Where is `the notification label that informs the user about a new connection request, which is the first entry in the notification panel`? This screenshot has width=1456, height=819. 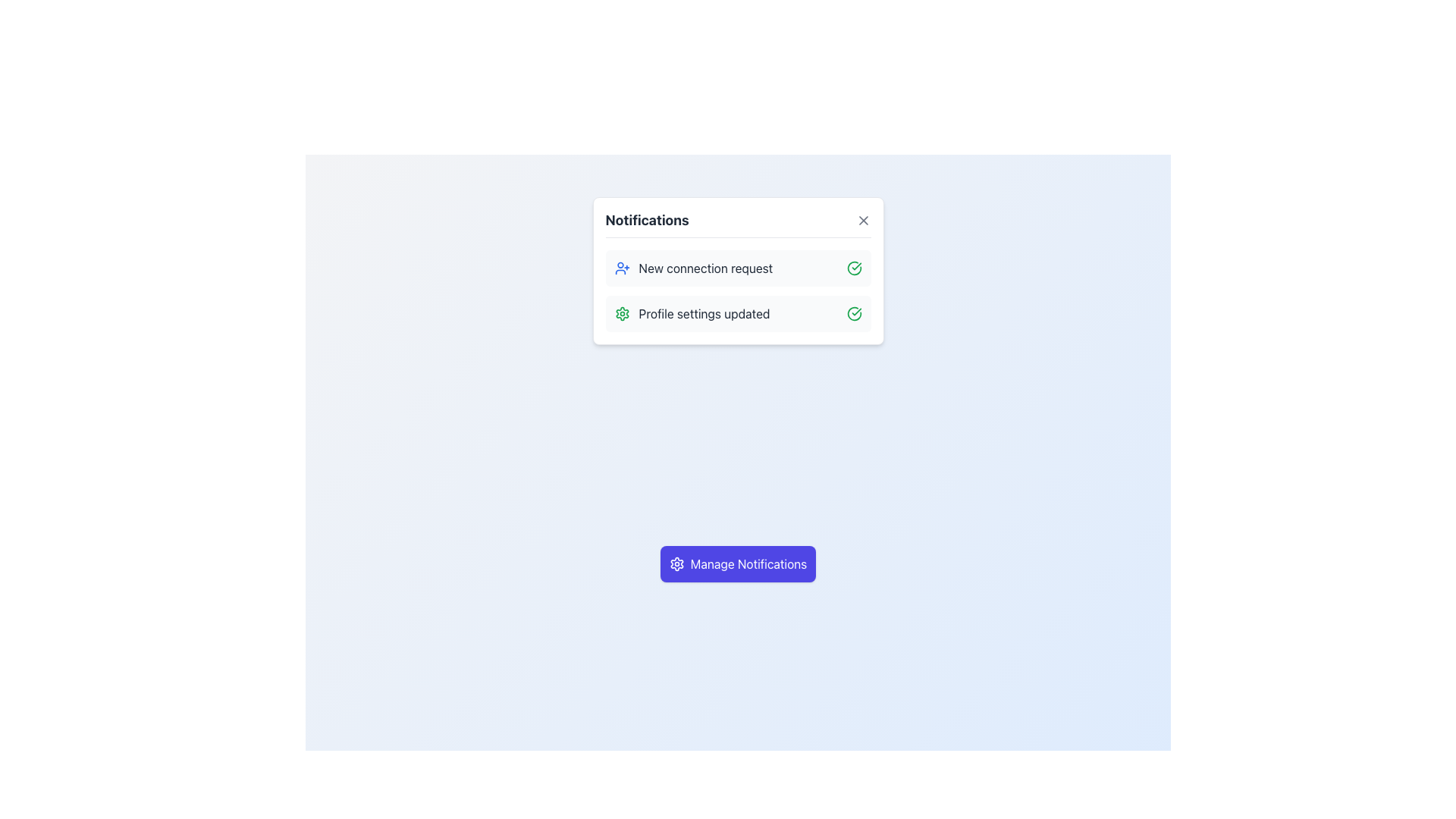
the notification label that informs the user about a new connection request, which is the first entry in the notification panel is located at coordinates (704, 268).